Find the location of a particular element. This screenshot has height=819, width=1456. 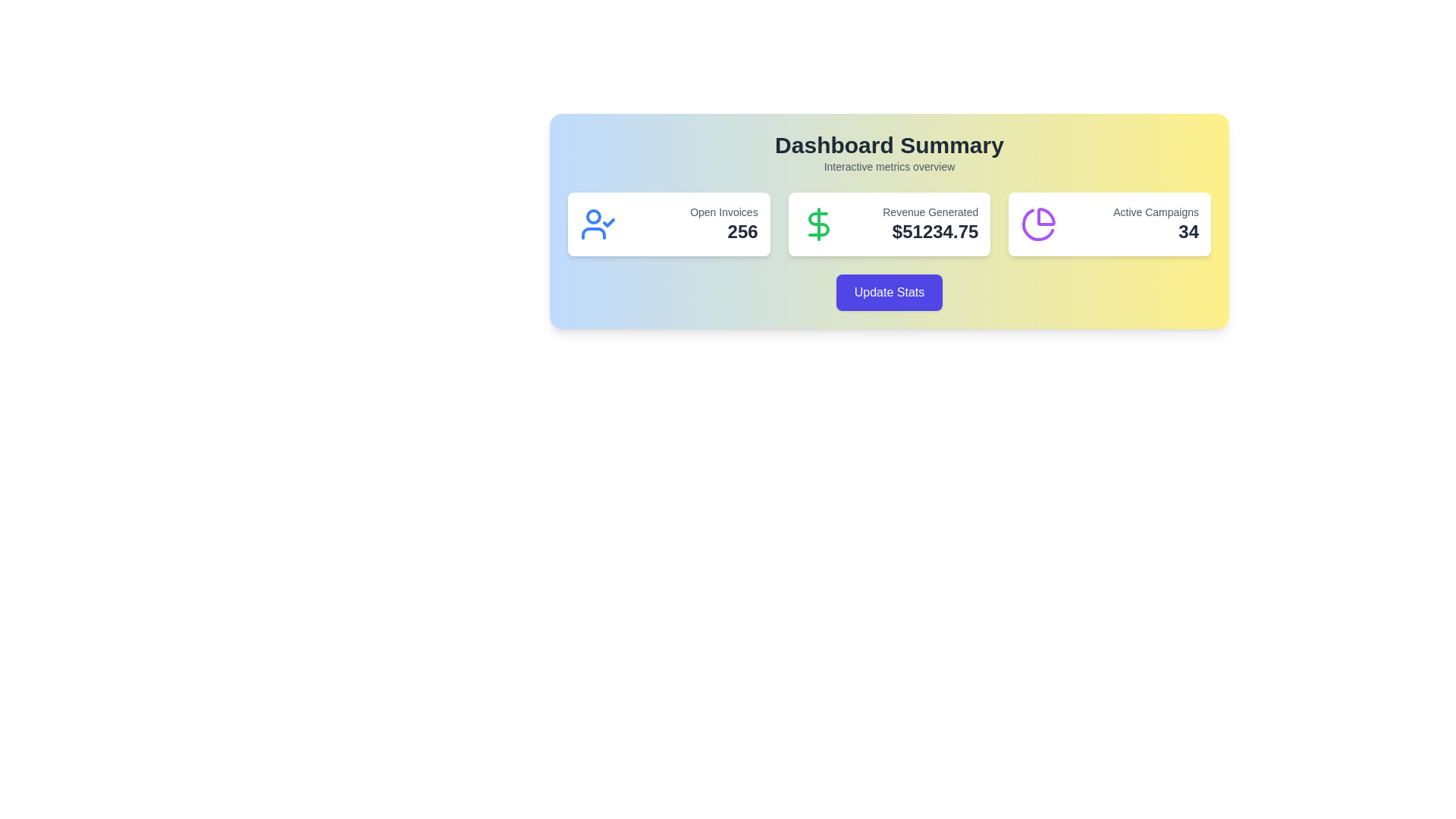

displayed financial metrics on the Informational Card located in the center column below the 'Dashboard Summary' header is located at coordinates (889, 224).